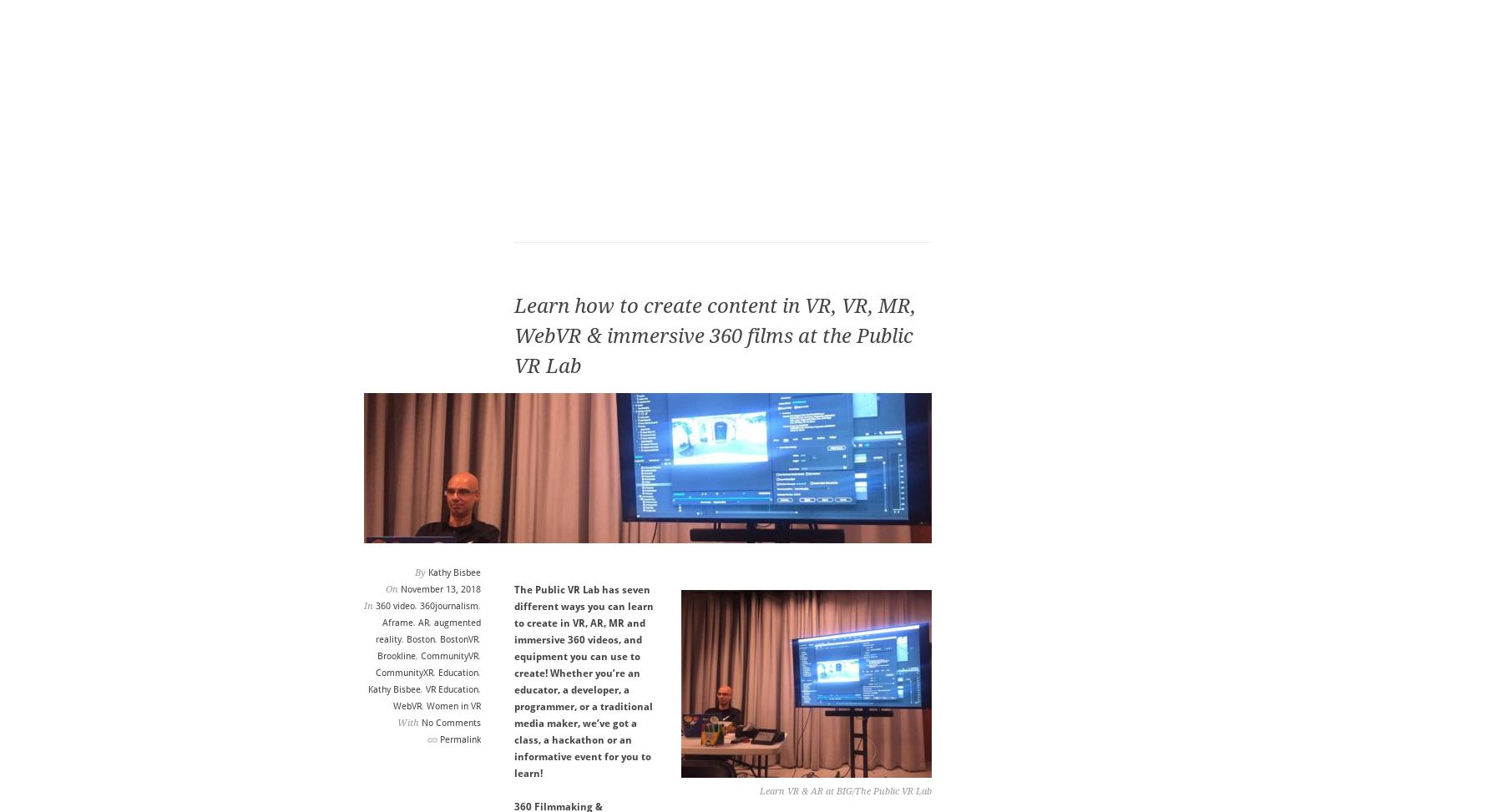 The height and width of the screenshot is (812, 1512). Describe the element at coordinates (457, 672) in the screenshot. I see `'Education'` at that location.